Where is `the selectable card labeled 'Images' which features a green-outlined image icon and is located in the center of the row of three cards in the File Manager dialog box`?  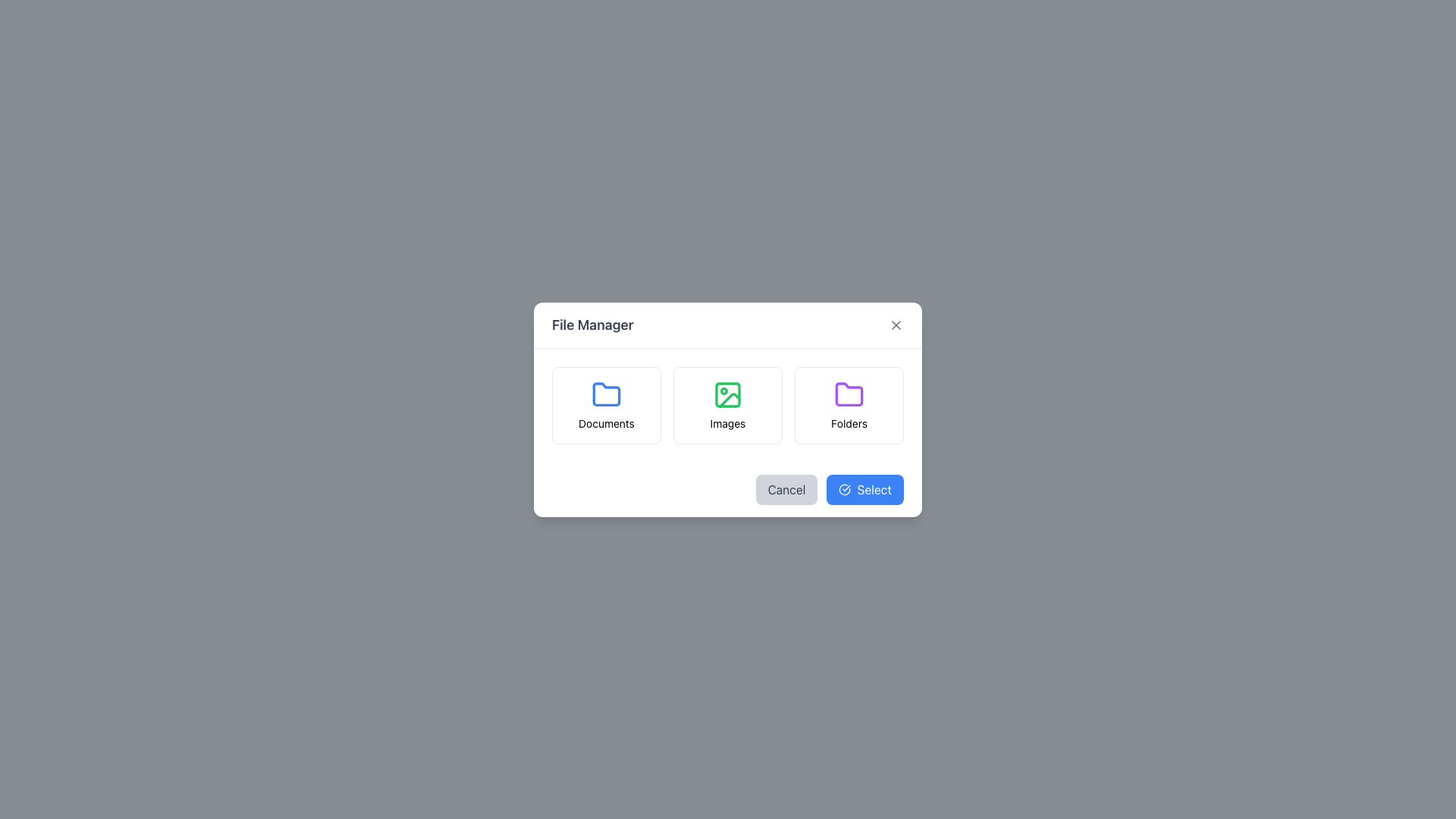
the selectable card labeled 'Images' which features a green-outlined image icon and is located in the center of the row of three cards in the File Manager dialog box is located at coordinates (728, 404).